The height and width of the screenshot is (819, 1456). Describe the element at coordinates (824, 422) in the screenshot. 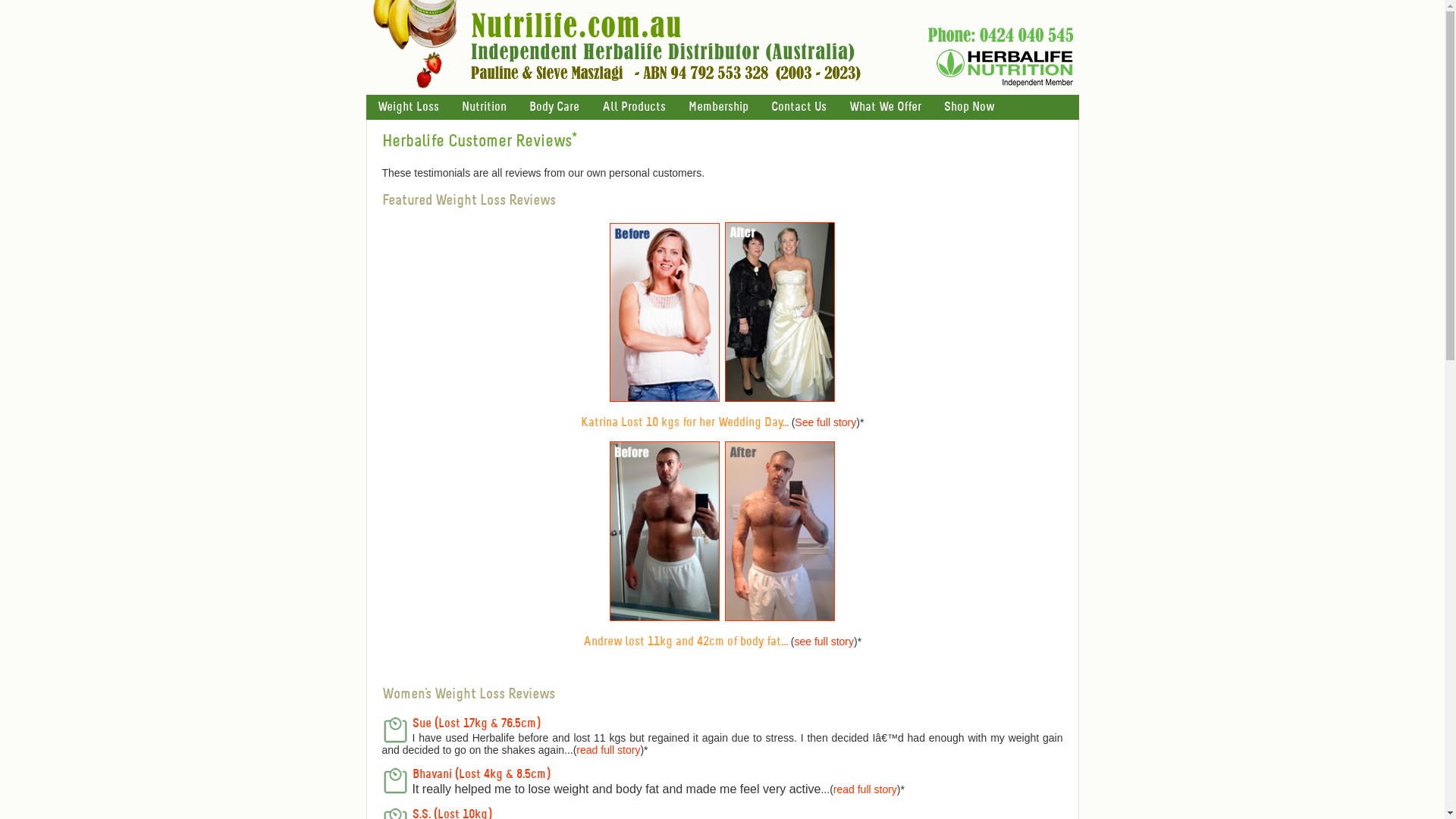

I see `'See full story'` at that location.